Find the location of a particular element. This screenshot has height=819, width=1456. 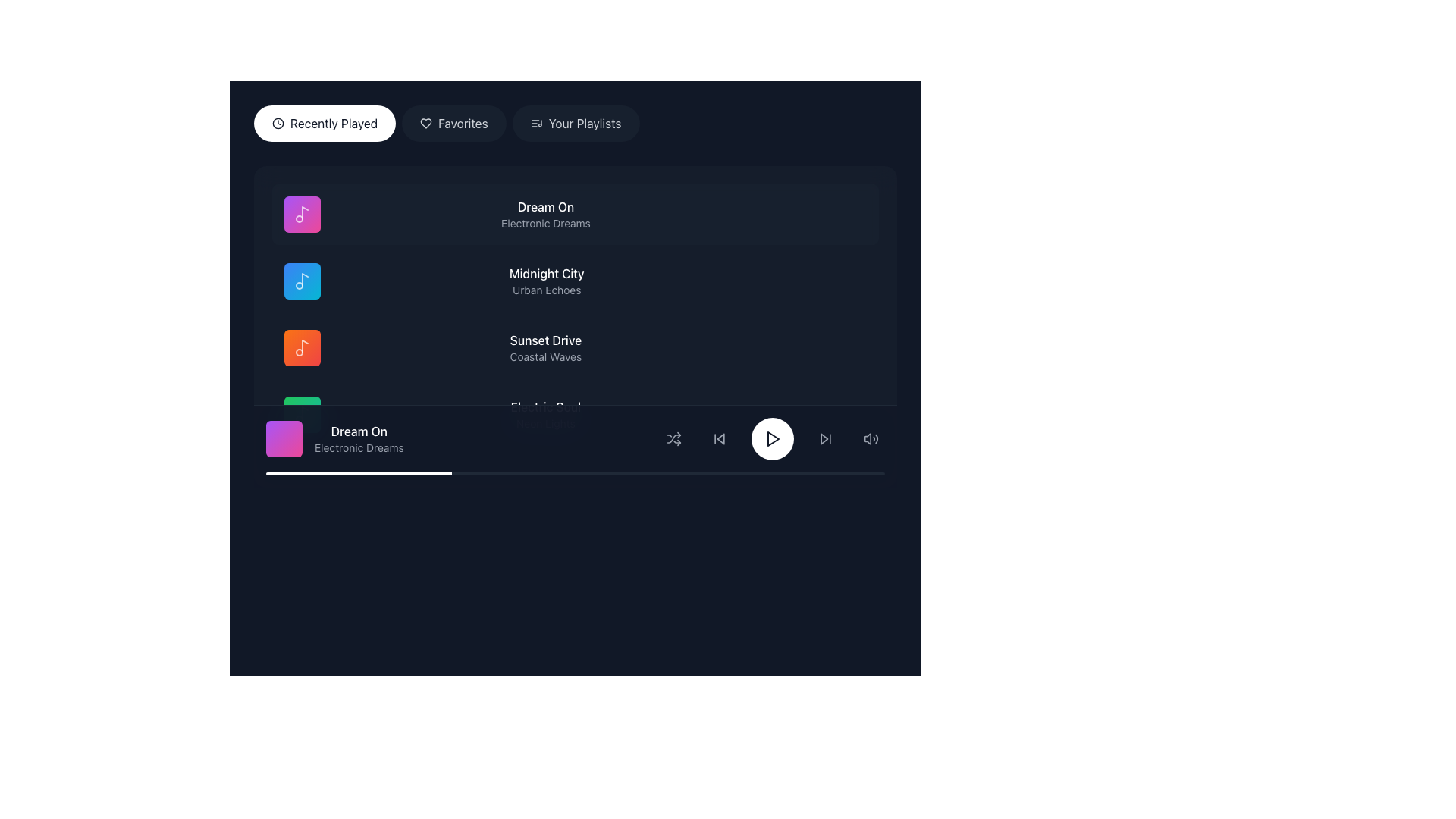

the interactive favorite or like button located on the right side of the 'Dream On' song item to change its color is located at coordinates (783, 214).